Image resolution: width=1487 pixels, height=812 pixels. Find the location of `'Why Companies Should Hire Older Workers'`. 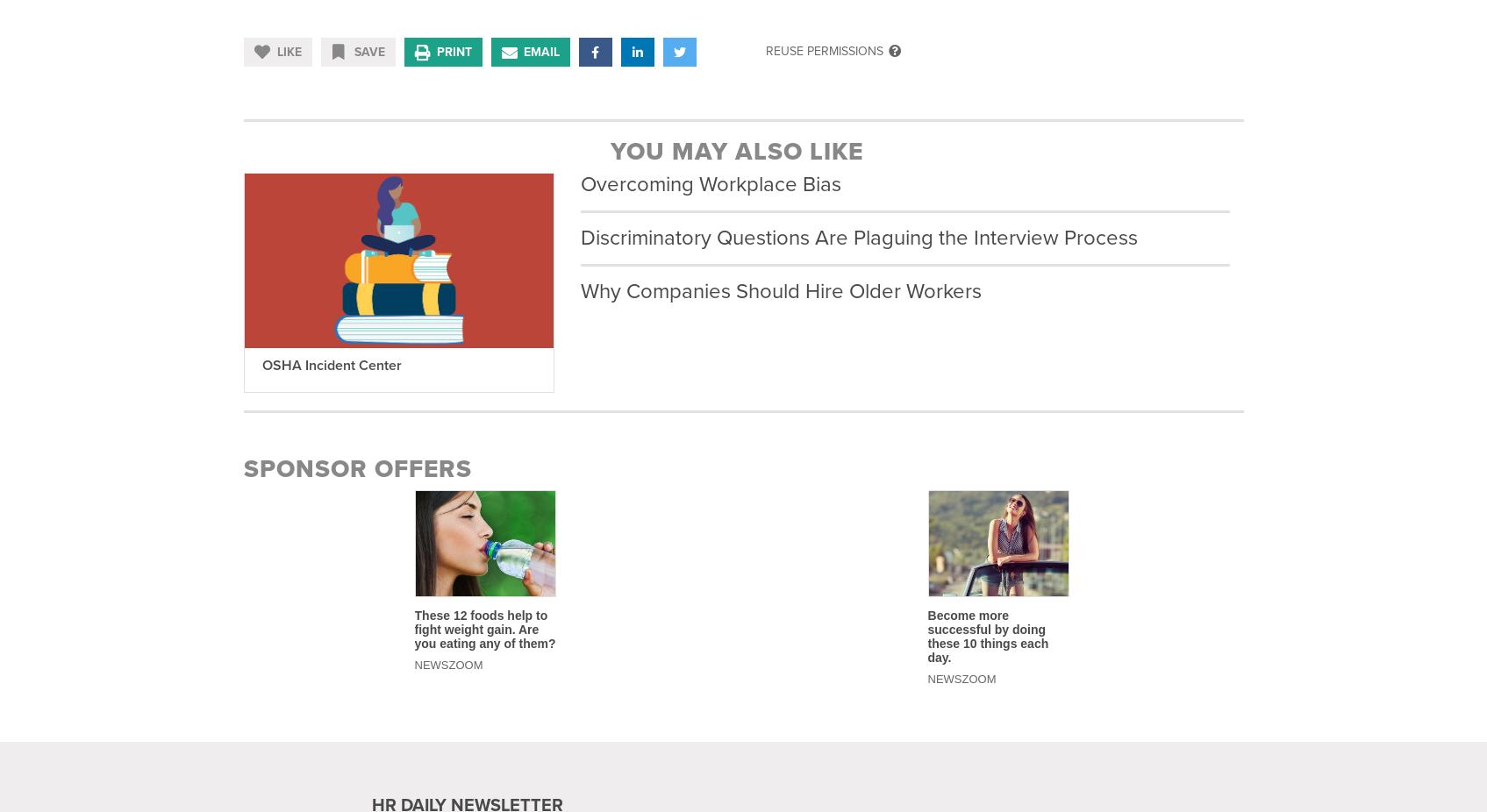

'Why Companies Should Hire Older Workers' is located at coordinates (780, 291).